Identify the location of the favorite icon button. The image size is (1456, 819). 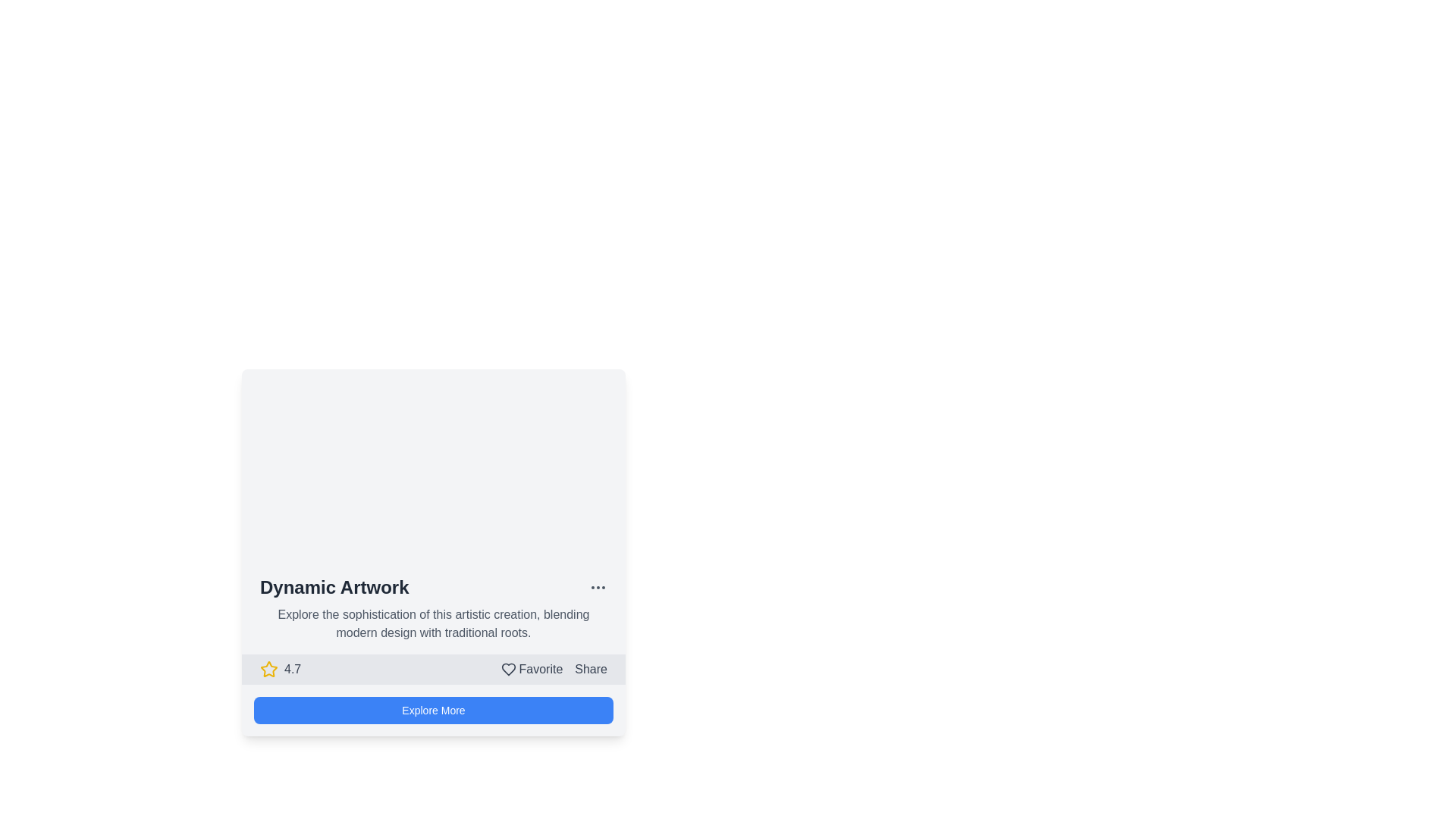
(508, 669).